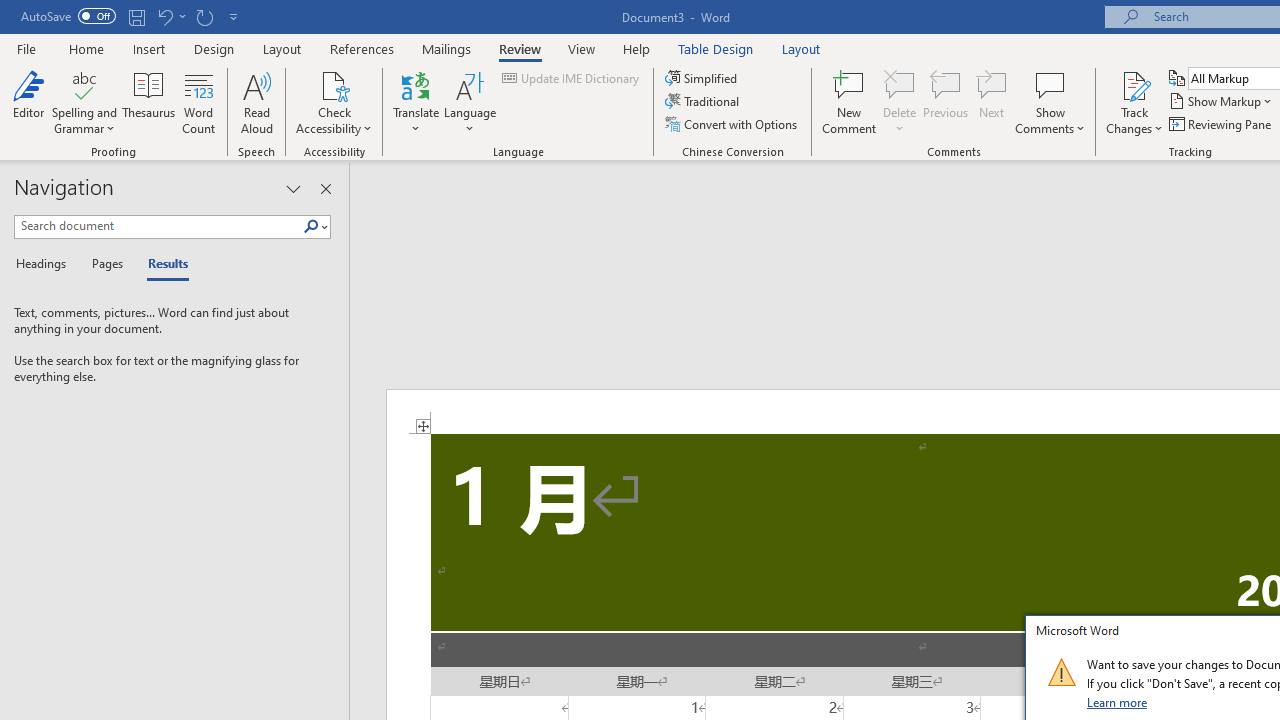 This screenshot has width=1280, height=720. I want to click on 'Editor', so click(28, 103).